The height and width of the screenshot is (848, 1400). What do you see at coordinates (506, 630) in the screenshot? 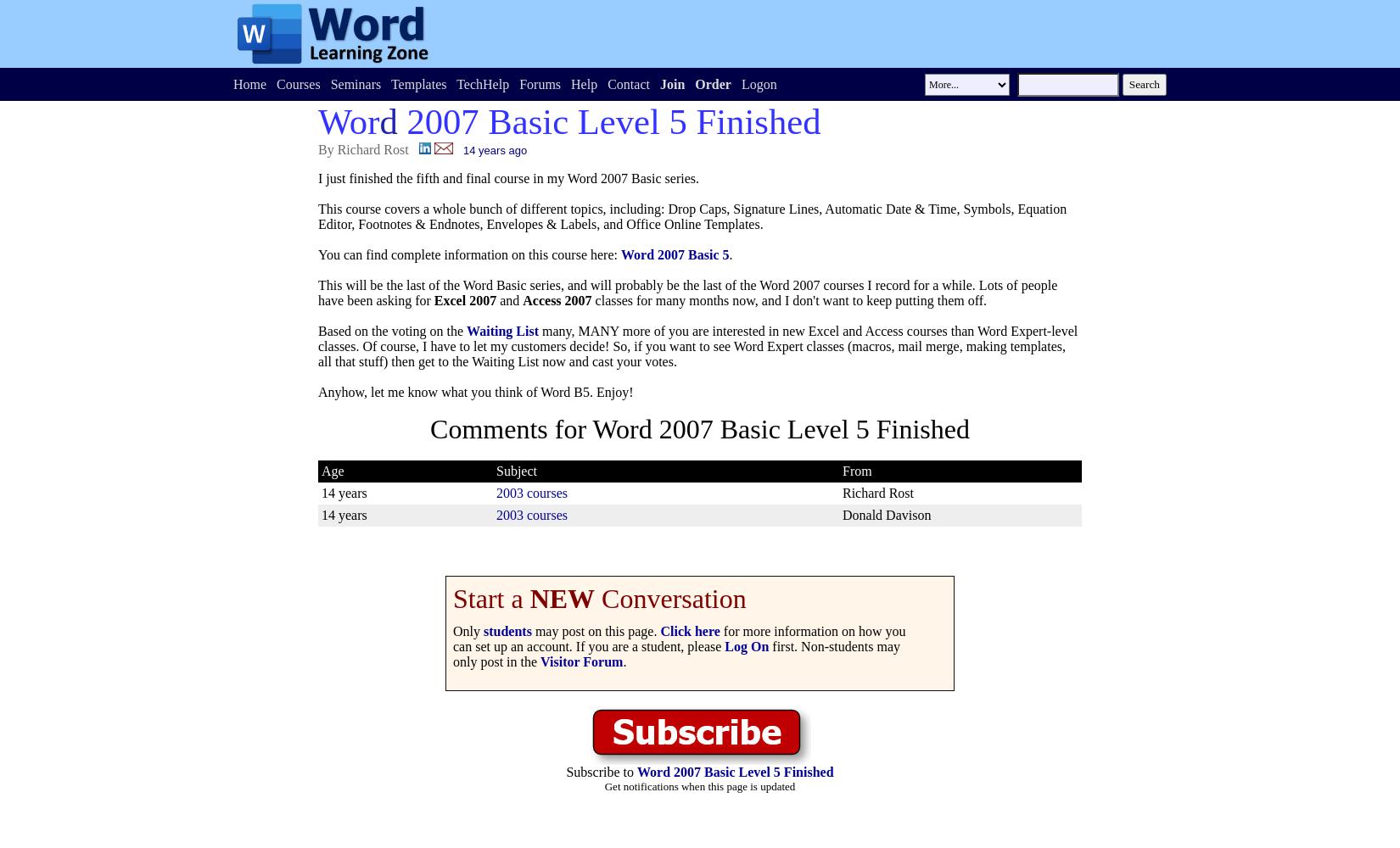
I see `'students'` at bounding box center [506, 630].